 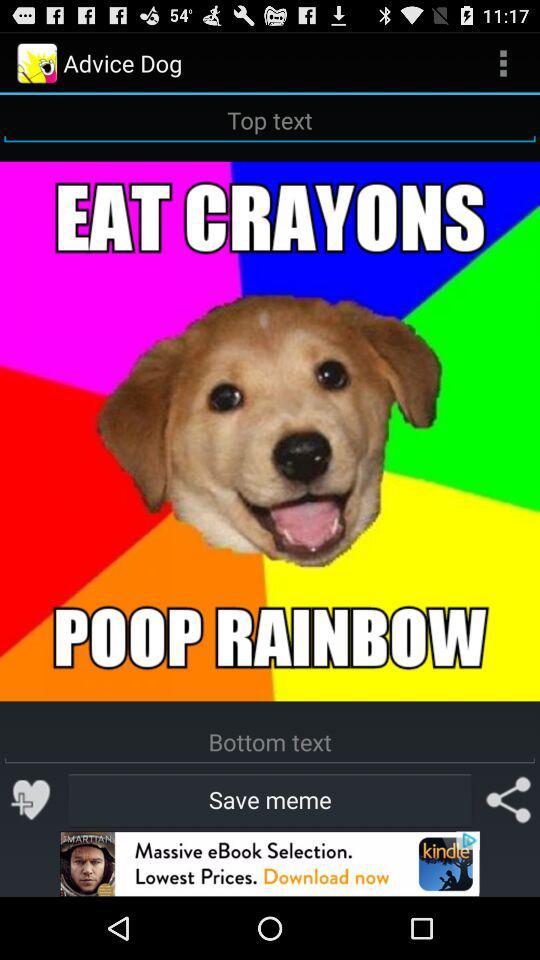 What do you see at coordinates (30, 799) in the screenshot?
I see `to favorites` at bounding box center [30, 799].